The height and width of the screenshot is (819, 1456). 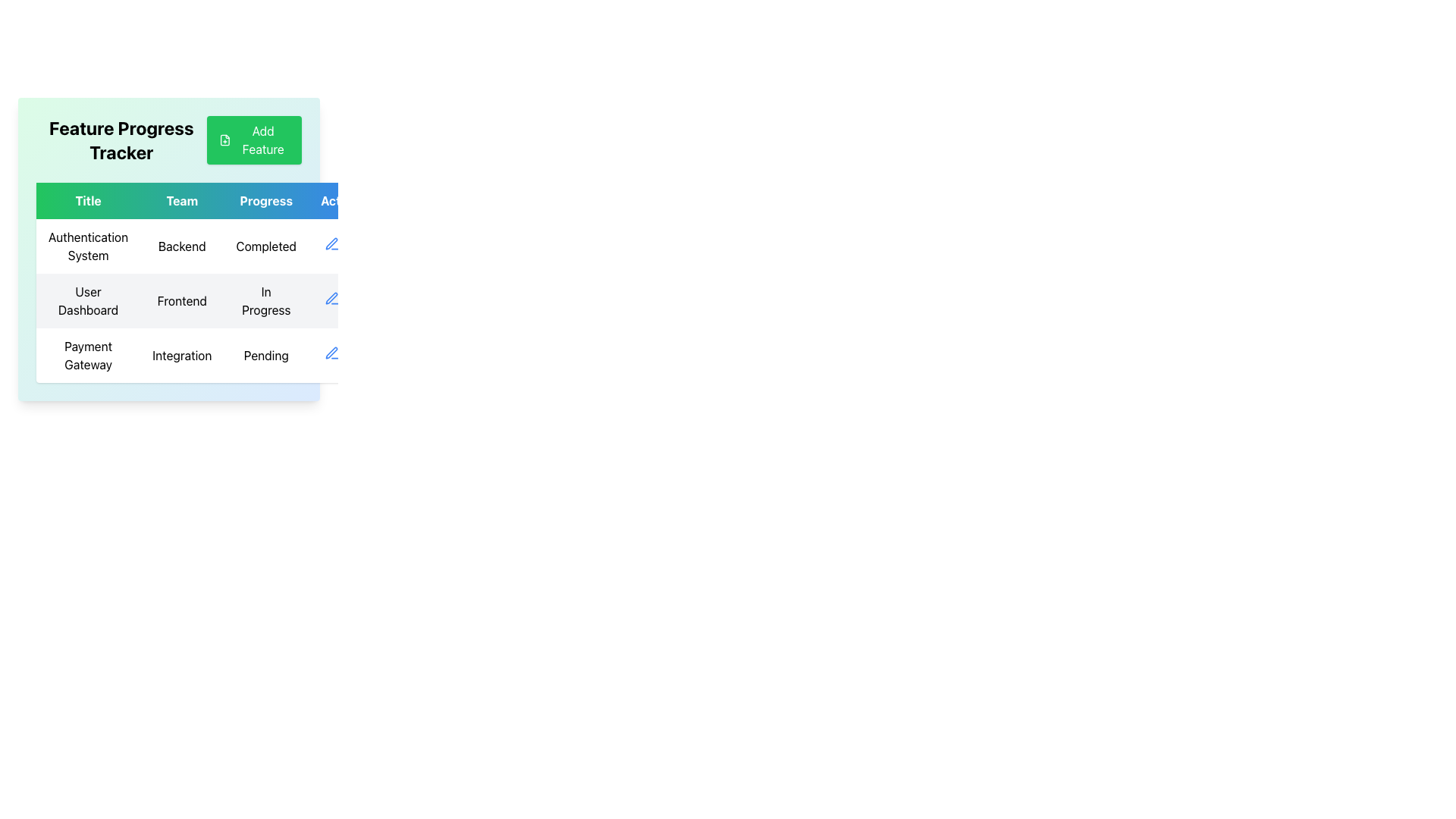 I want to click on the static text label that indicates the status of the 'Payment Gateway' task as 'Pending', located in the third cell of the 'Progress' column, so click(x=266, y=356).